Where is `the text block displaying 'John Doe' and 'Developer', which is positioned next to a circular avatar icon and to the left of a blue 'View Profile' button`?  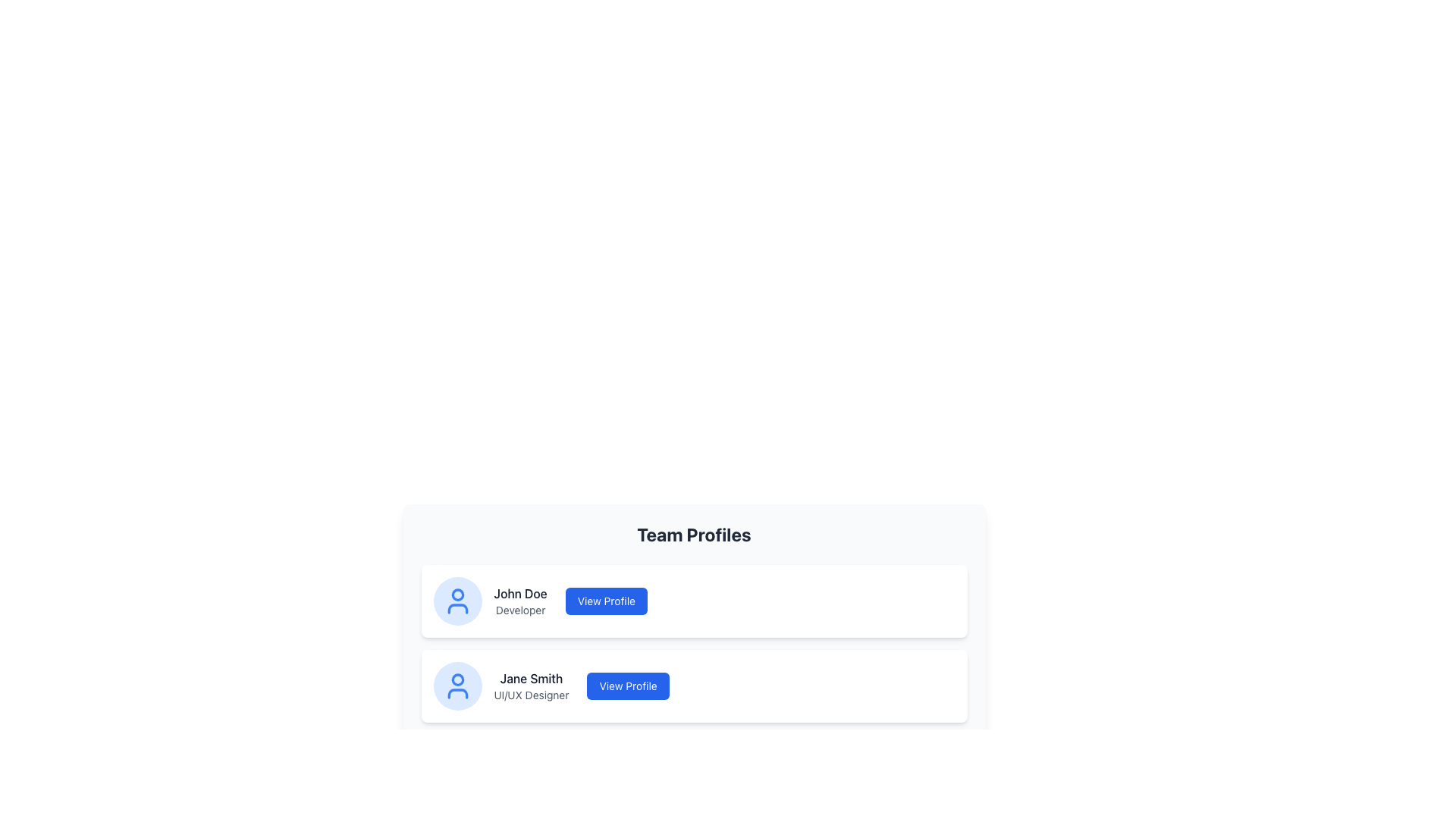 the text block displaying 'John Doe' and 'Developer', which is positioned next to a circular avatar icon and to the left of a blue 'View Profile' button is located at coordinates (520, 601).